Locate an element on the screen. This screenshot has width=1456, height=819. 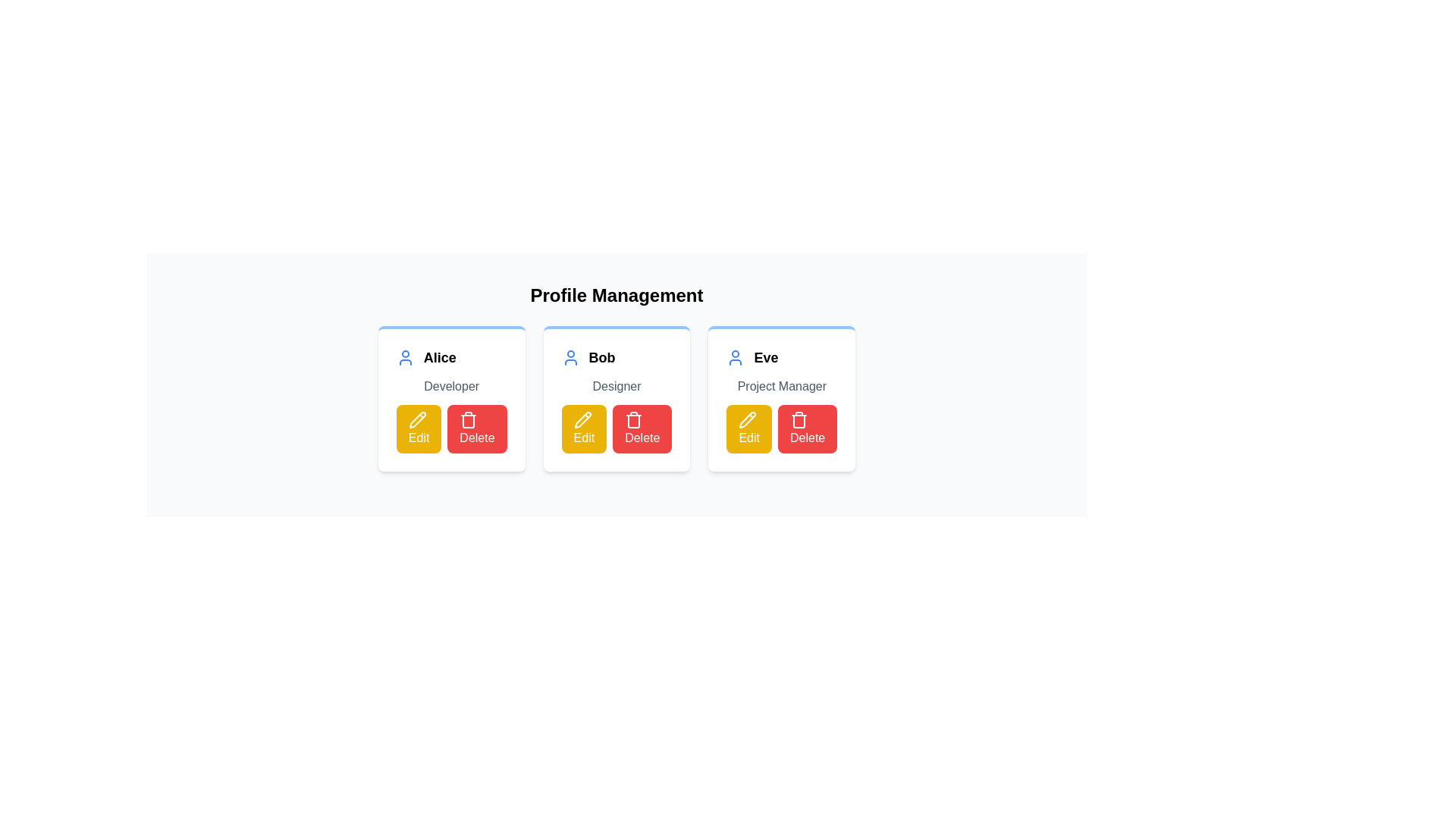
the delete button located at the bottom of the profile card titled 'Eve', which is the second button in a horizontal group of two buttons is located at coordinates (807, 429).